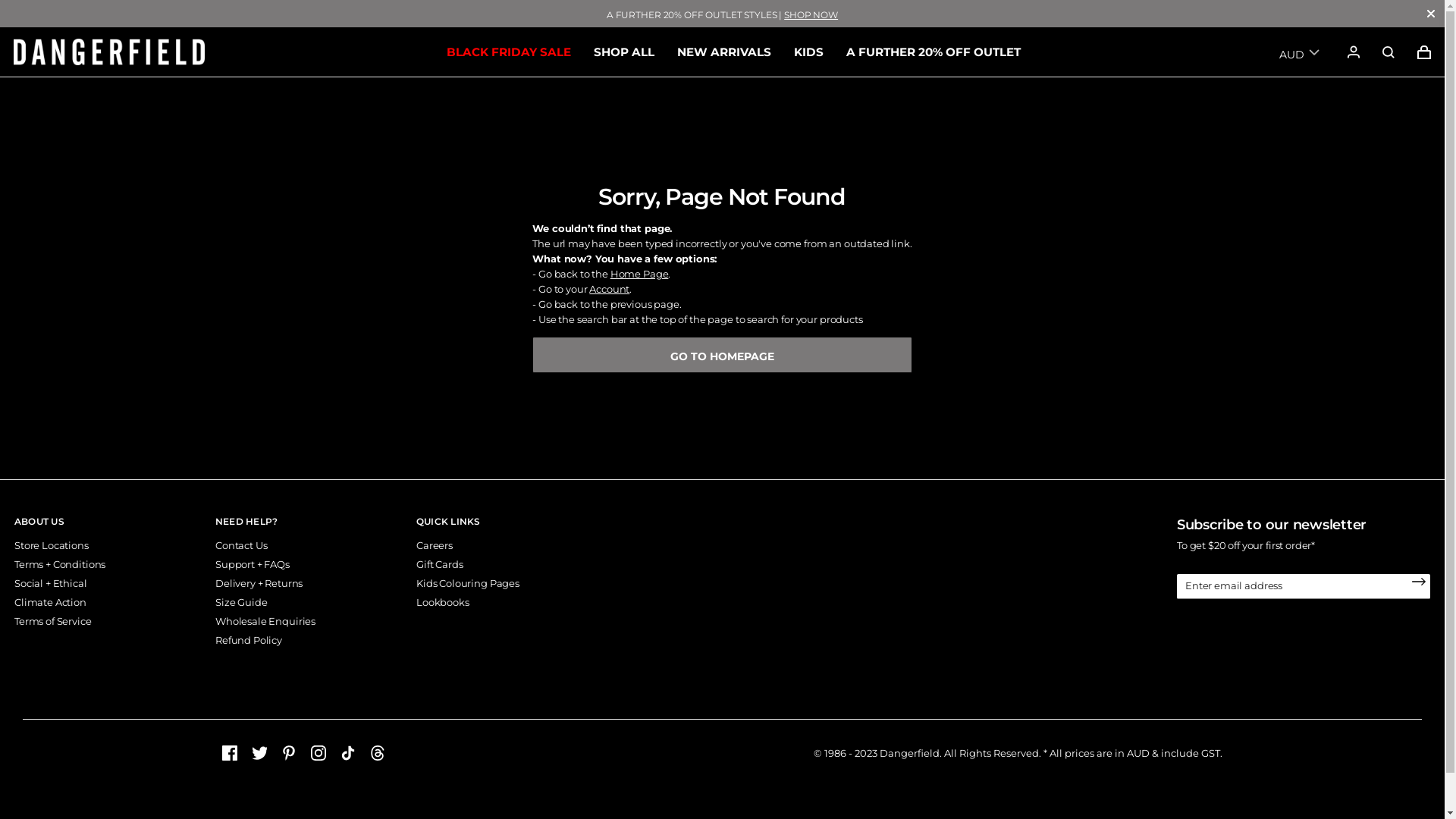 This screenshot has width=1456, height=819. What do you see at coordinates (467, 582) in the screenshot?
I see `'Kids Colouring Pages'` at bounding box center [467, 582].